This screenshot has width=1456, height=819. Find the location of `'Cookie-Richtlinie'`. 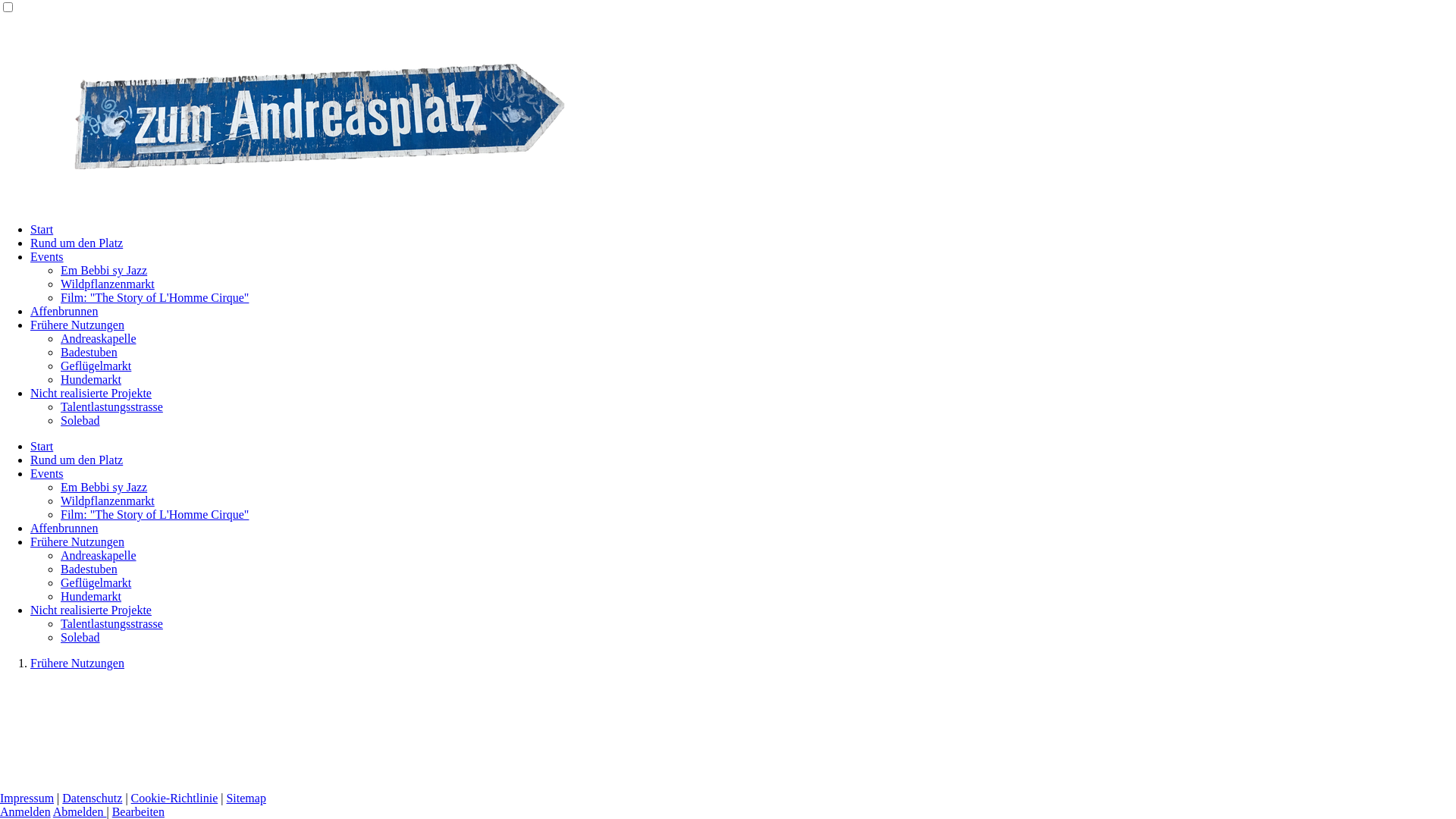

'Cookie-Richtlinie' is located at coordinates (174, 797).